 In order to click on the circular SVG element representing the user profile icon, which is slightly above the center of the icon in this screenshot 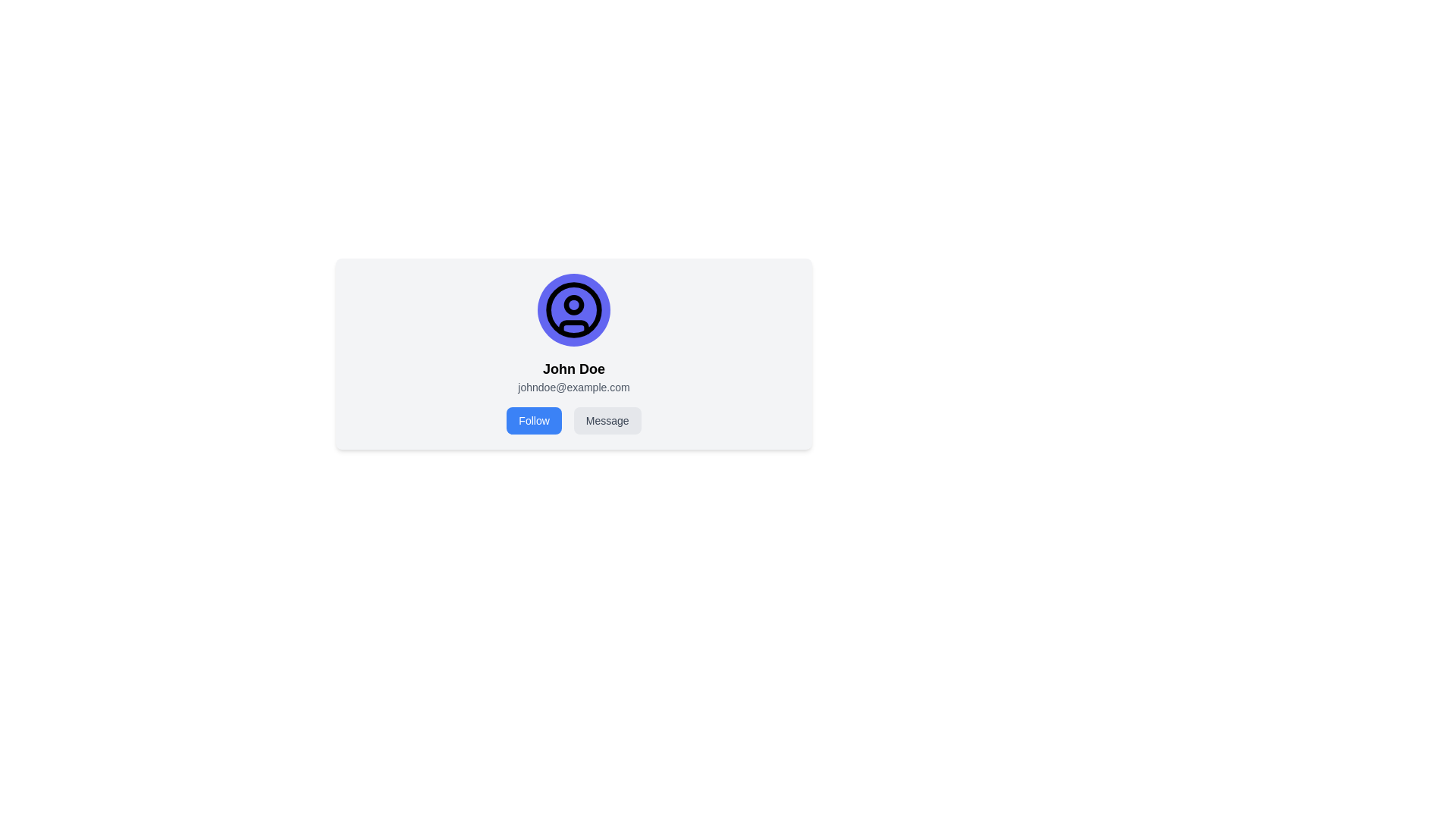, I will do `click(573, 305)`.